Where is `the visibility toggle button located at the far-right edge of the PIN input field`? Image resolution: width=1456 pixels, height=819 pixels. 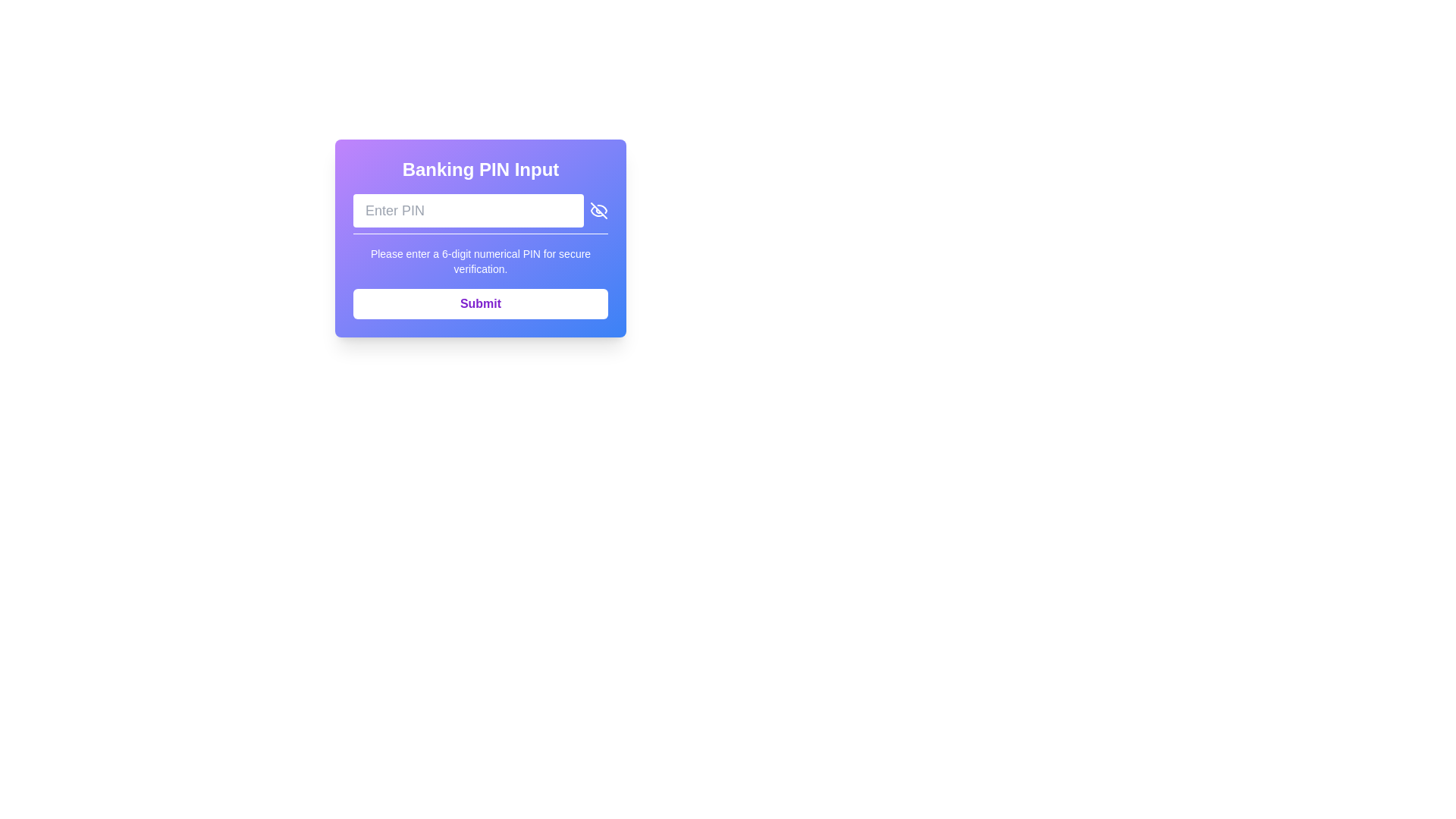 the visibility toggle button located at the far-right edge of the PIN input field is located at coordinates (598, 210).